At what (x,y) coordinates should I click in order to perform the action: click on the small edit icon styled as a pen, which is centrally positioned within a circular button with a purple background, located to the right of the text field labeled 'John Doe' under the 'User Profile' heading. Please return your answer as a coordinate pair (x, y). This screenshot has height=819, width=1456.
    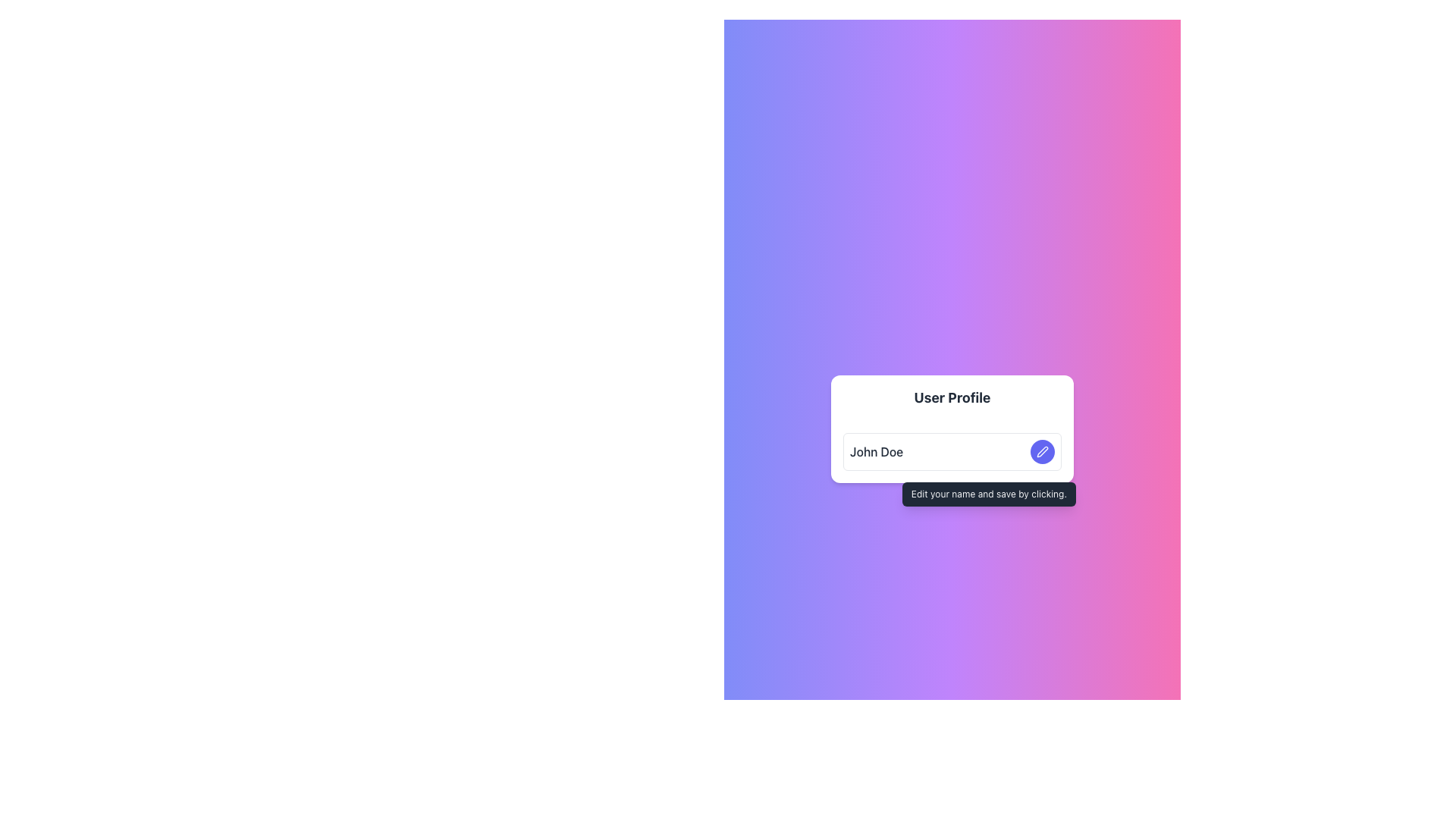
    Looking at the image, I should click on (1041, 451).